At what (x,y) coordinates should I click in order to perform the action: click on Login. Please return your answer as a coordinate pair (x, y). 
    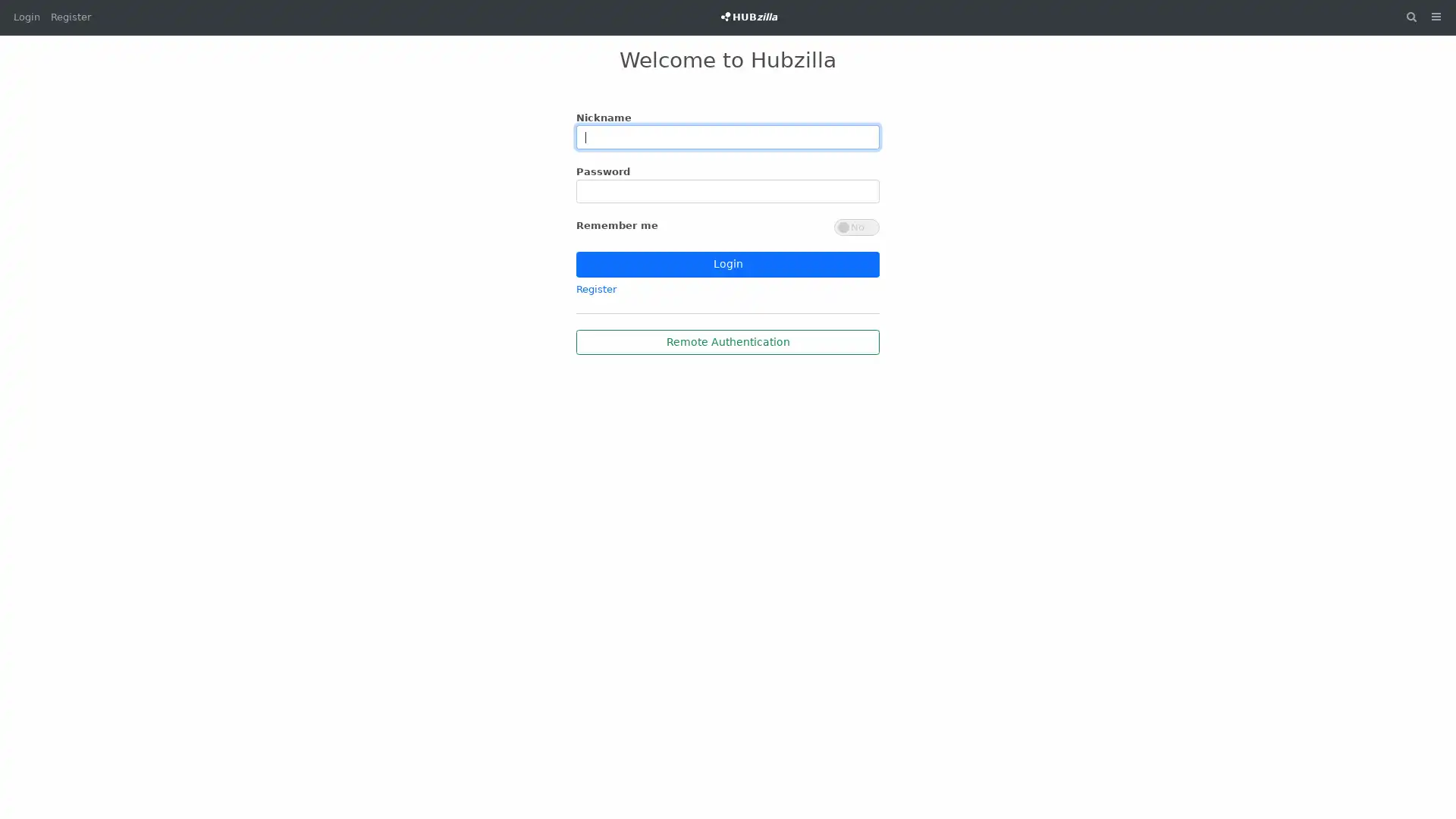
    Looking at the image, I should click on (728, 263).